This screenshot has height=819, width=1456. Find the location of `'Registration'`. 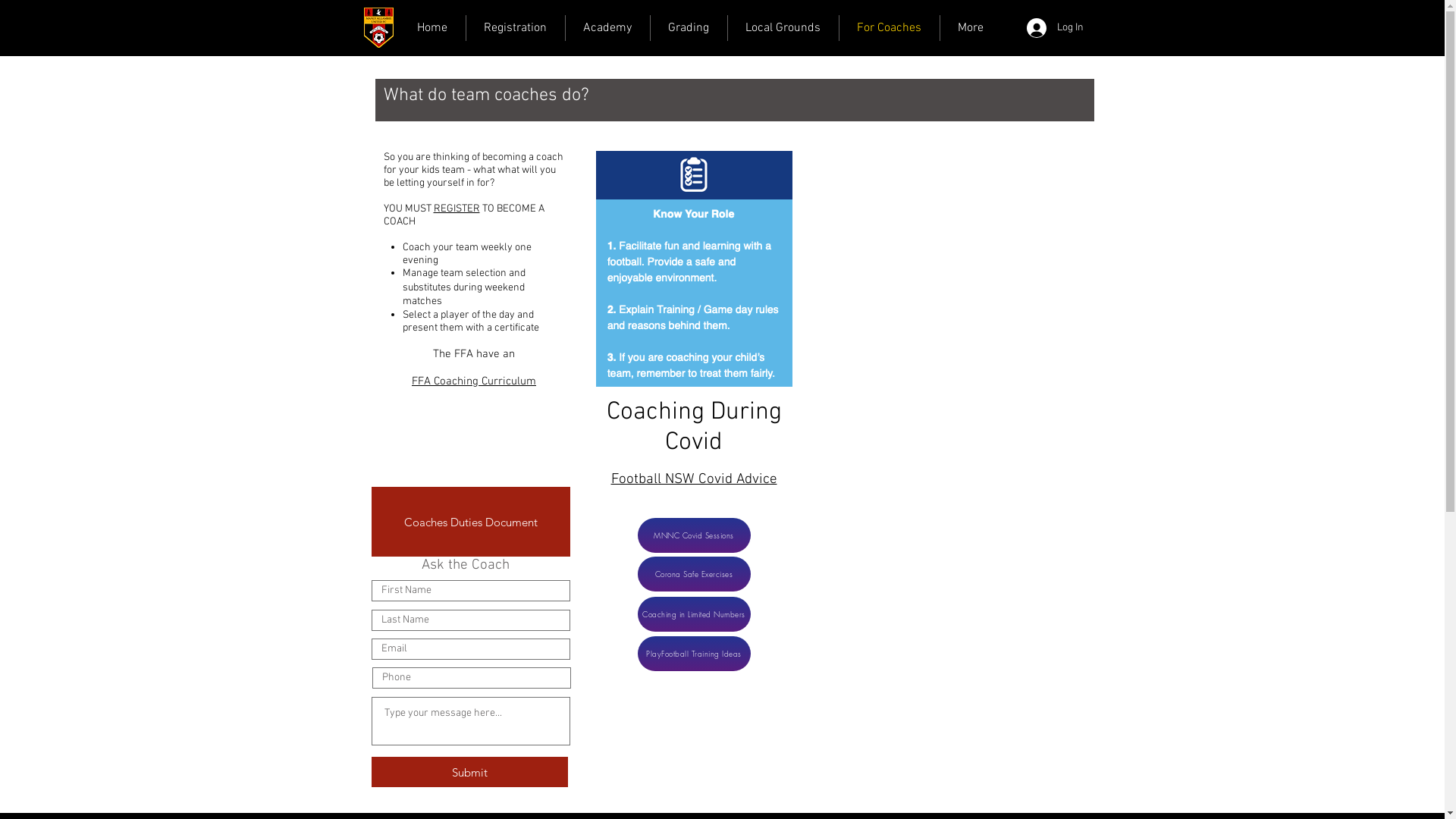

'Registration' is located at coordinates (514, 28).